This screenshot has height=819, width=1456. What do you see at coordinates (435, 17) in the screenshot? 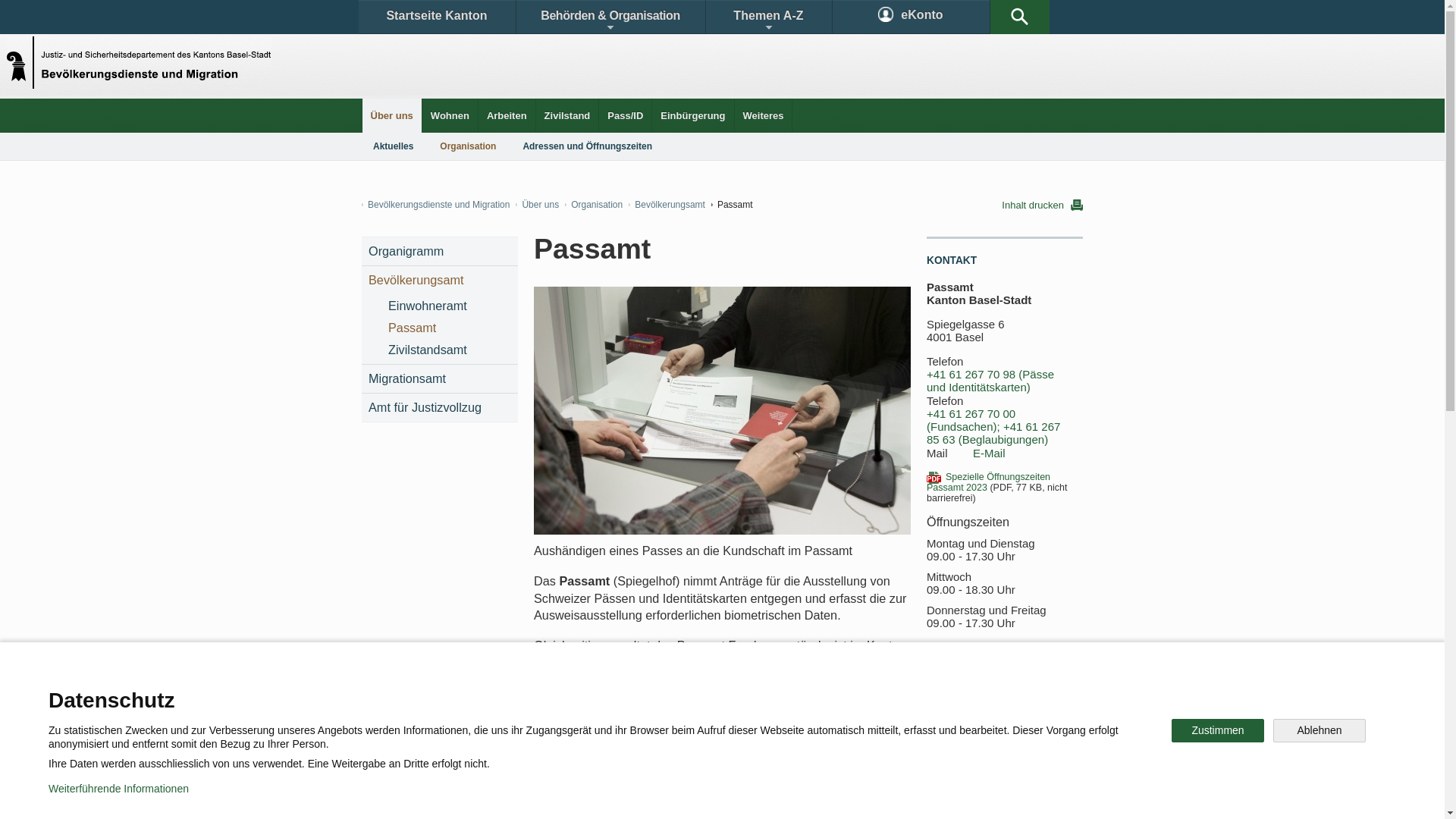
I see `'Startseite Kanton'` at bounding box center [435, 17].